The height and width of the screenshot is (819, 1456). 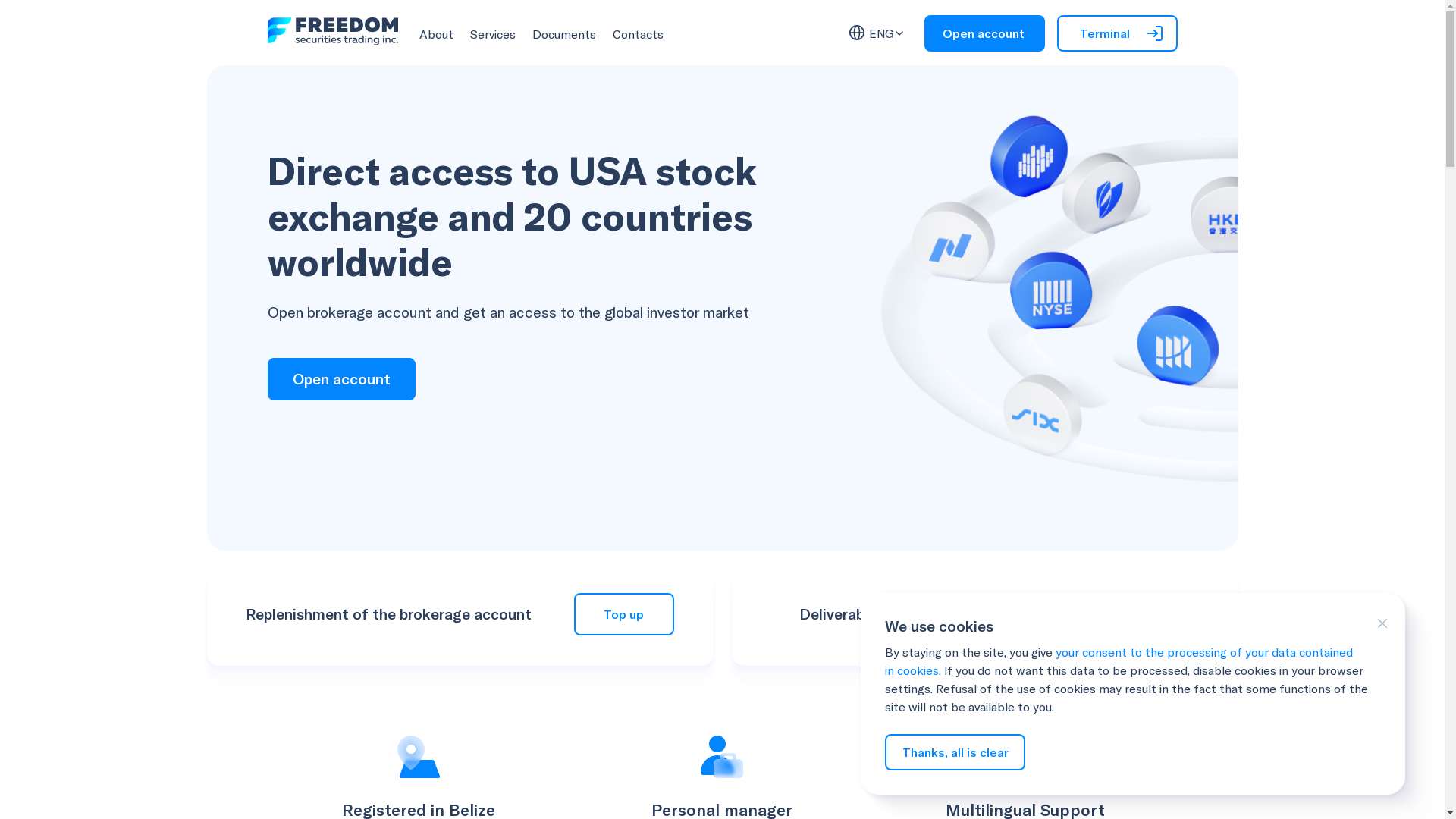 What do you see at coordinates (563, 34) in the screenshot?
I see `'Documents'` at bounding box center [563, 34].